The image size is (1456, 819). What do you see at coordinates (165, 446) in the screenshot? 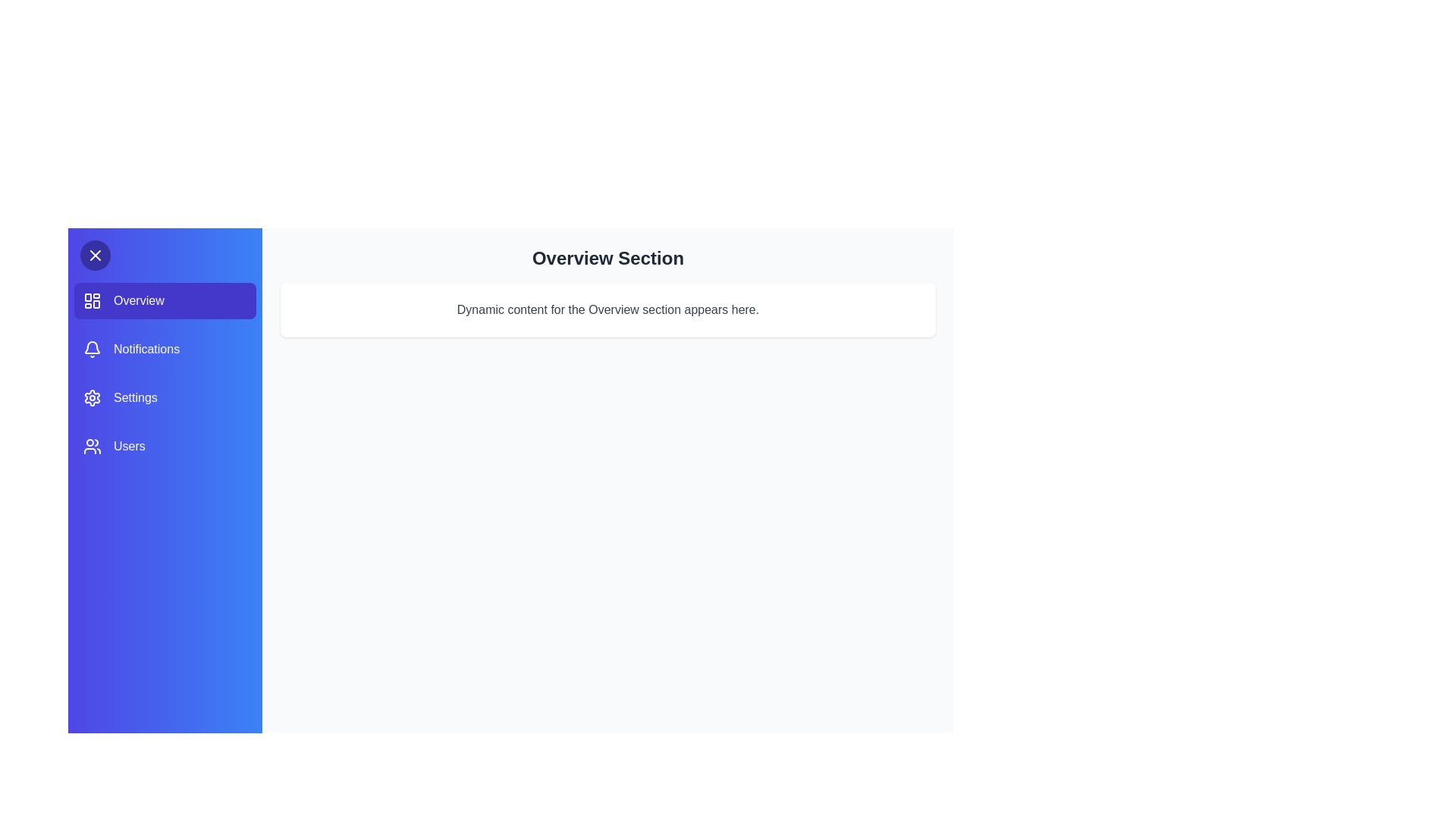
I see `the sidebar section Users` at bounding box center [165, 446].